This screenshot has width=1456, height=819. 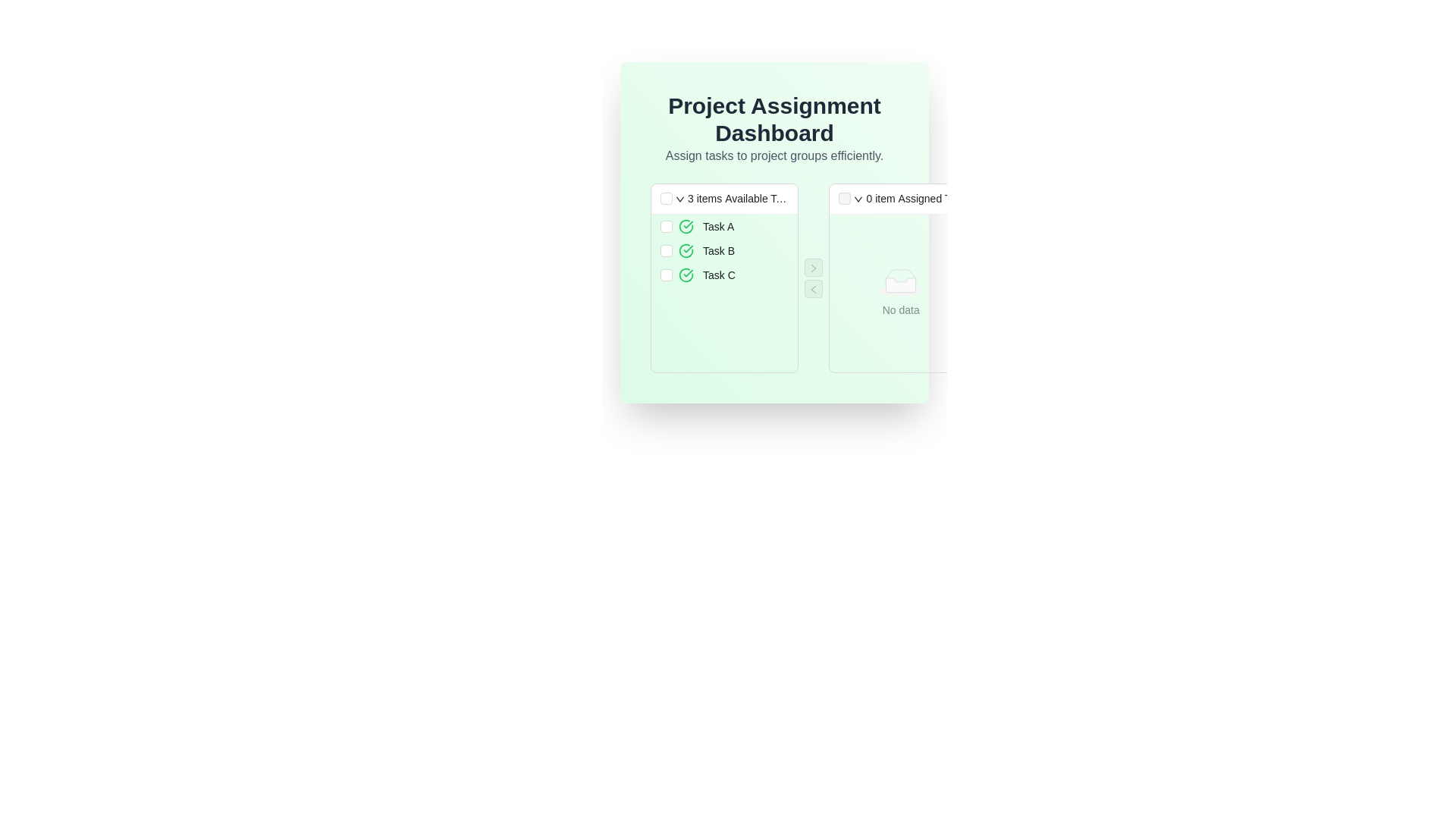 I want to click on the checkbox associated with 'Task C', so click(x=666, y=275).